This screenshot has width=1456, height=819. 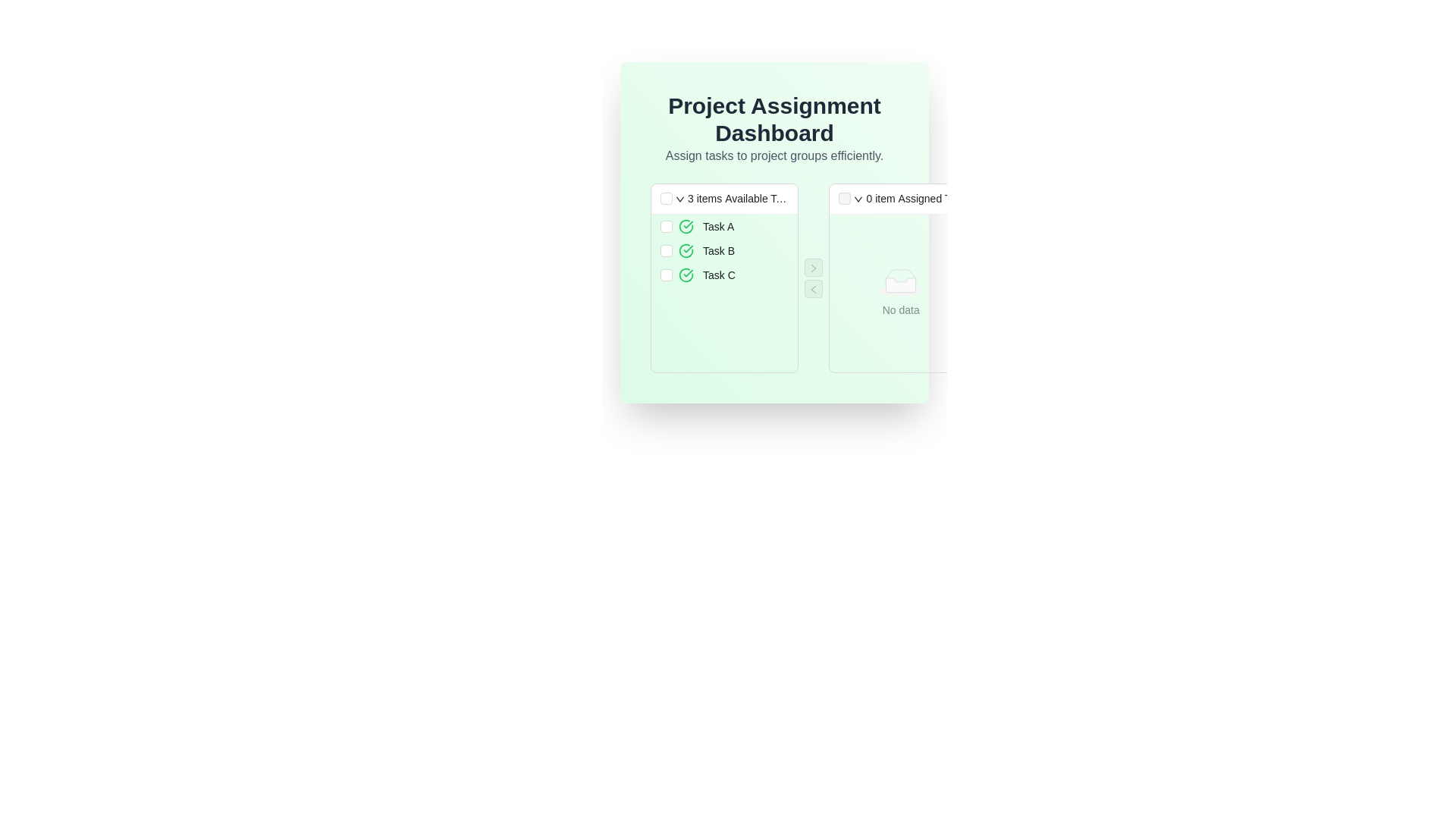 I want to click on the checkbox associated with 'Task C', so click(x=666, y=275).